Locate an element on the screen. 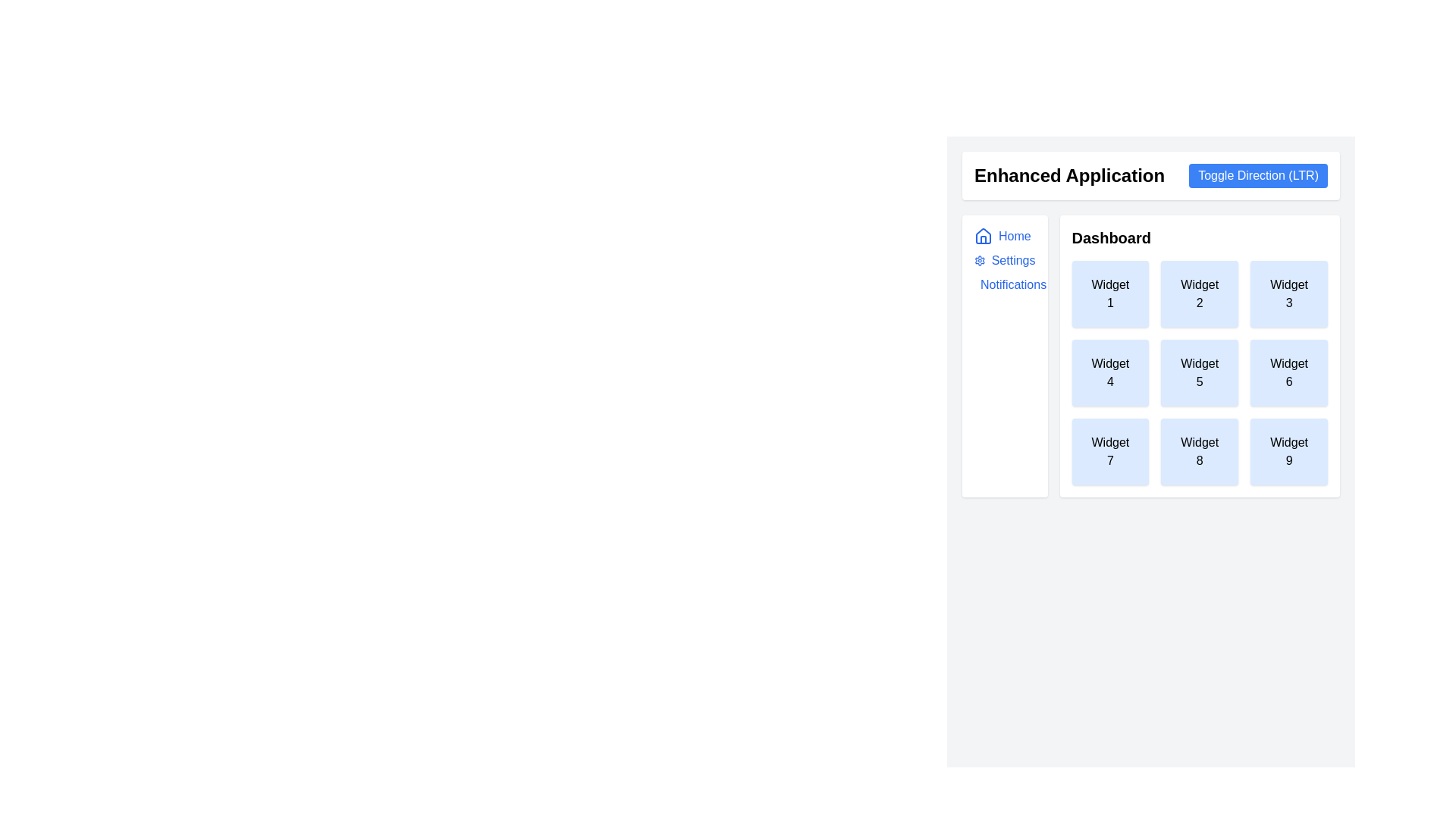 This screenshot has width=1456, height=819. the Static display element in the dashboard that showcases or links to specific content associated with 'Widget 2', located in the top row and second column of a 3x3 grid layout is located at coordinates (1199, 294).